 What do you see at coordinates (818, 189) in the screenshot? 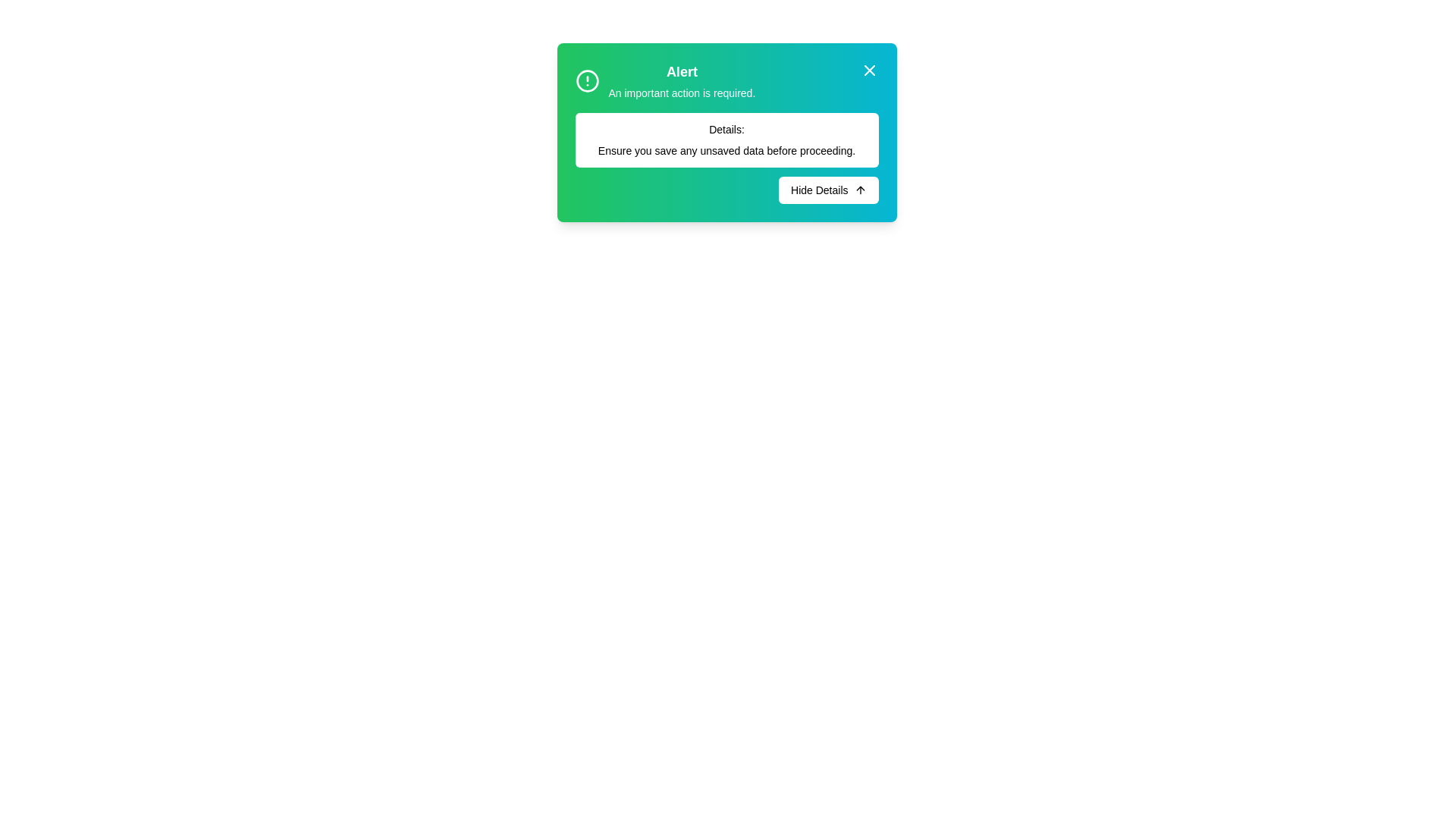
I see `the 'Hide Details' text label within the button that collapses additional information, located in the lower-right section of a modal dialog box` at bounding box center [818, 189].